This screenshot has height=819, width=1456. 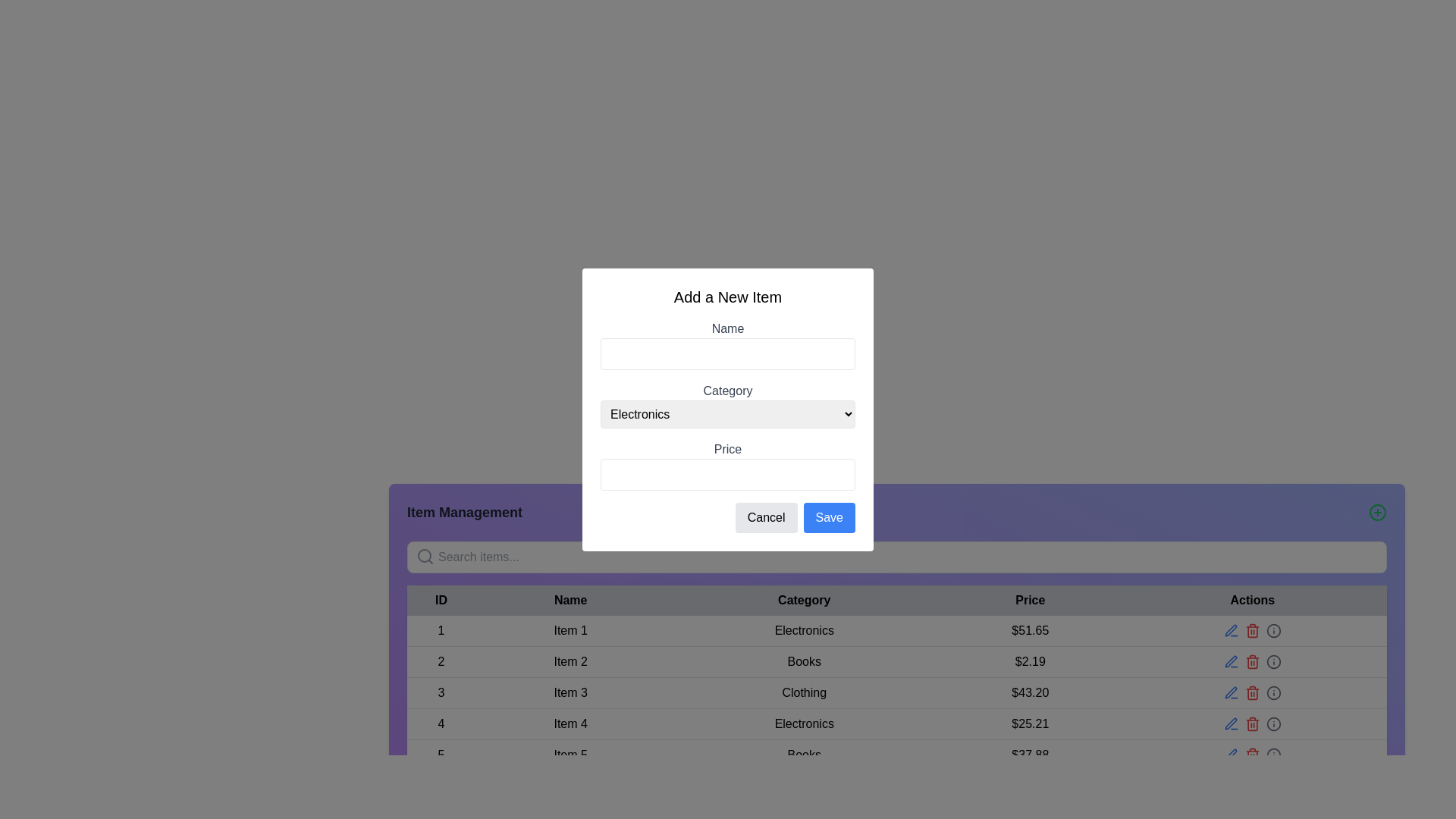 I want to click on the Text label that indicates the field for entering the price of the item being added, positioned near the bottom of the 'Add a New Item' form modal, above the price input field, so click(x=728, y=448).